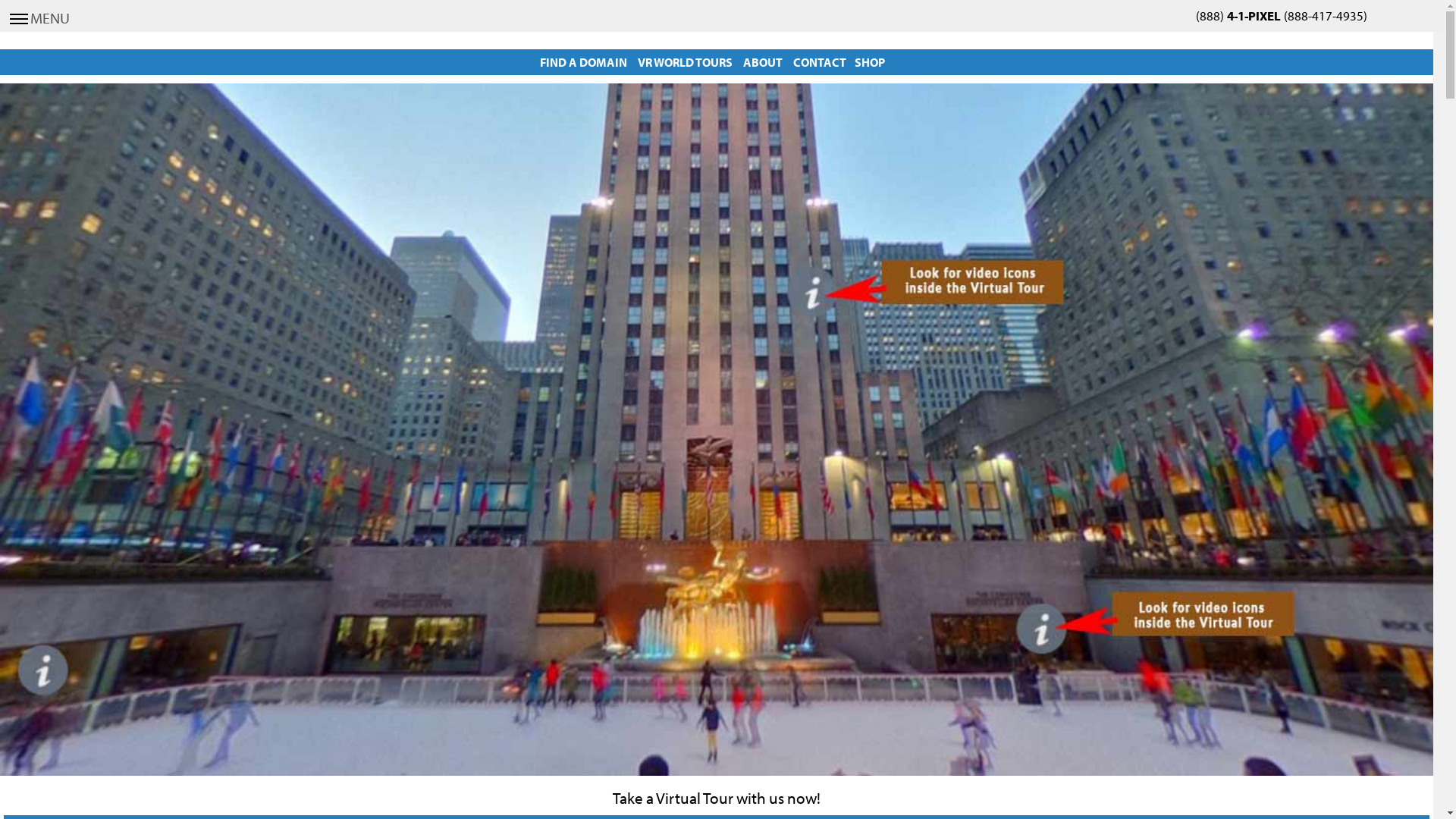 This screenshot has height=819, width=1456. What do you see at coordinates (612, 797) in the screenshot?
I see `'Take a Virtual Tour with us now!'` at bounding box center [612, 797].